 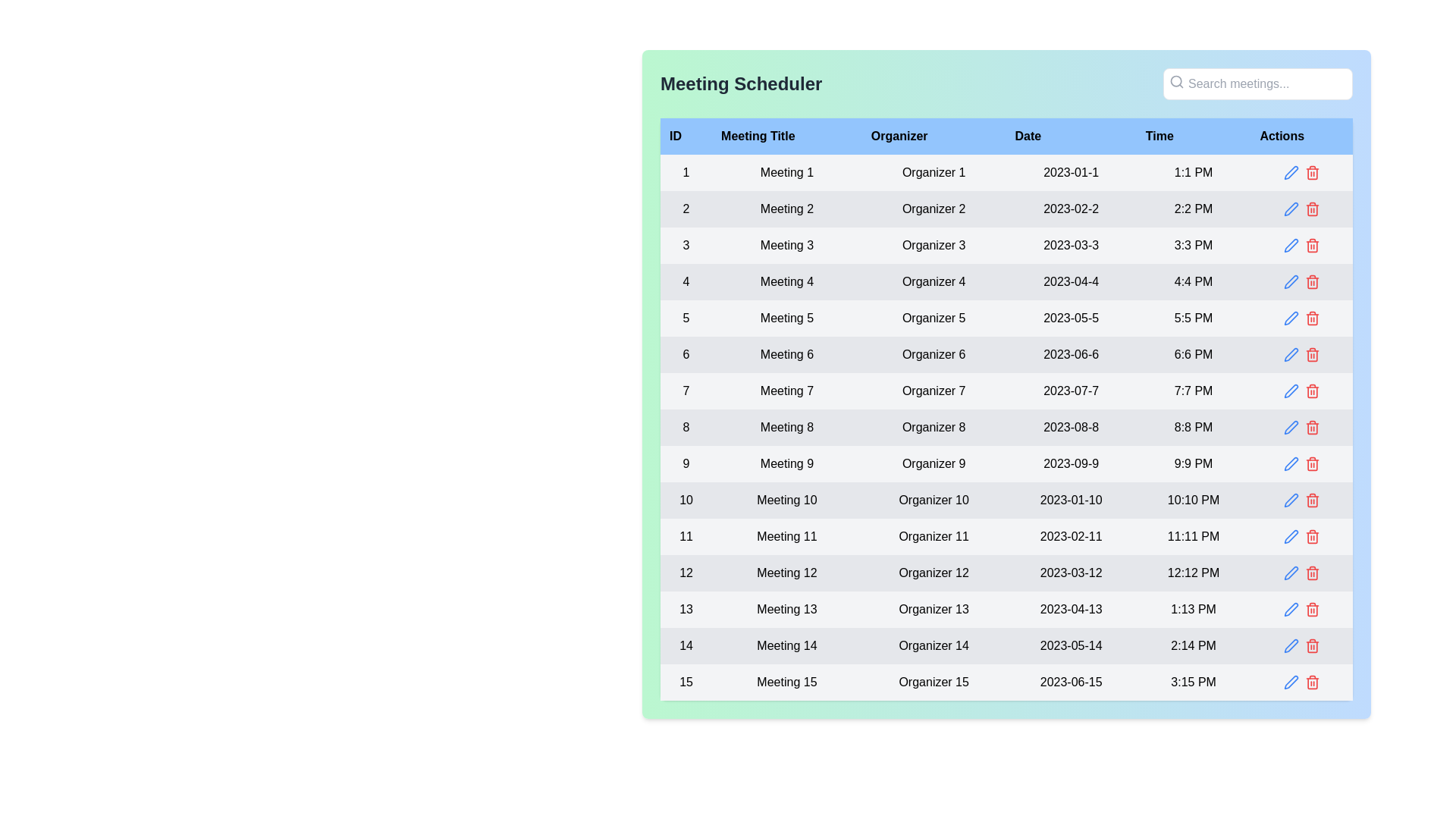 I want to click on the table cell containing the text 'Organizer 4', so click(x=933, y=281).